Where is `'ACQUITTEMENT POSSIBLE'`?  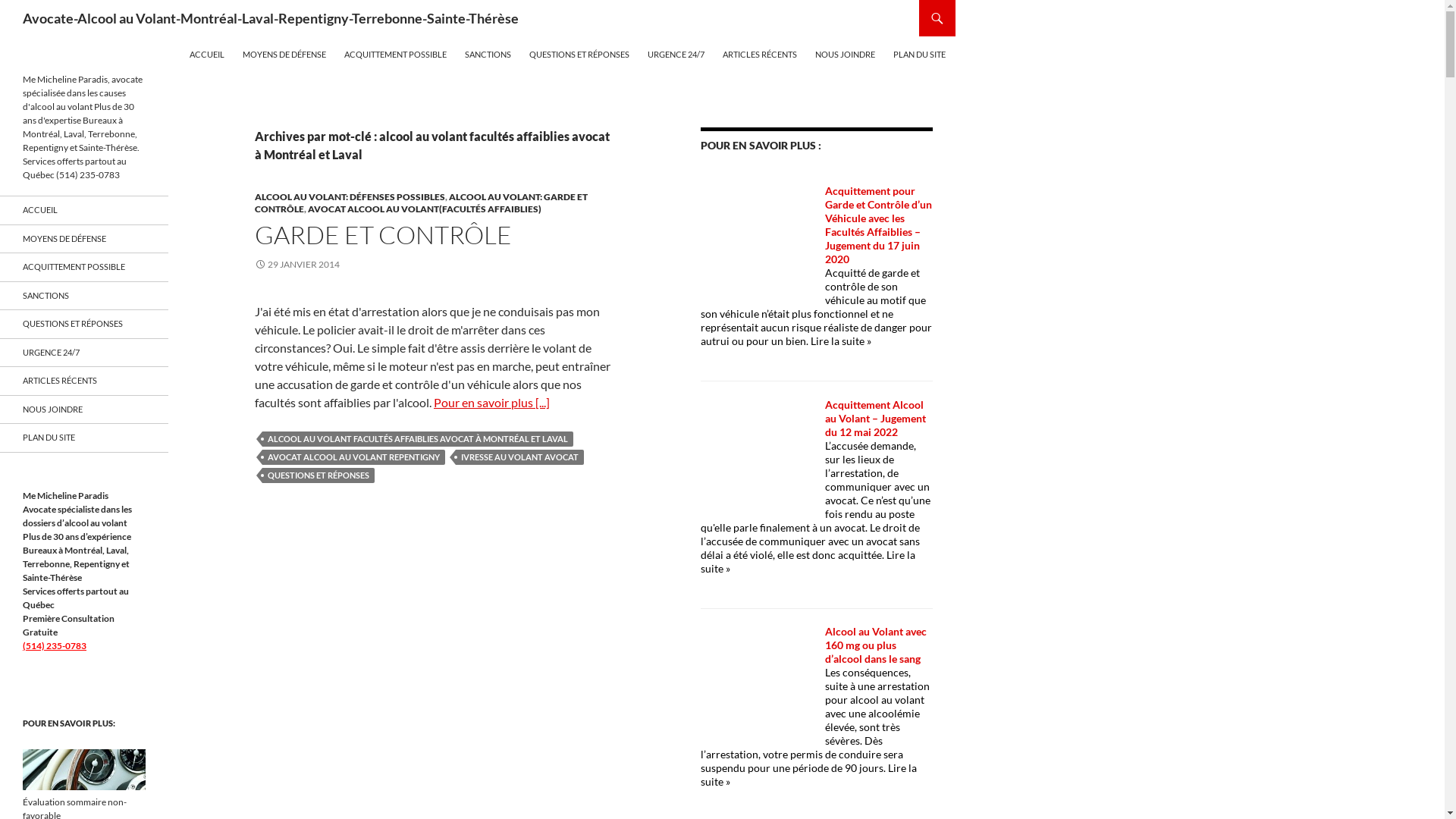 'ACQUITTEMENT POSSIBLE' is located at coordinates (83, 266).